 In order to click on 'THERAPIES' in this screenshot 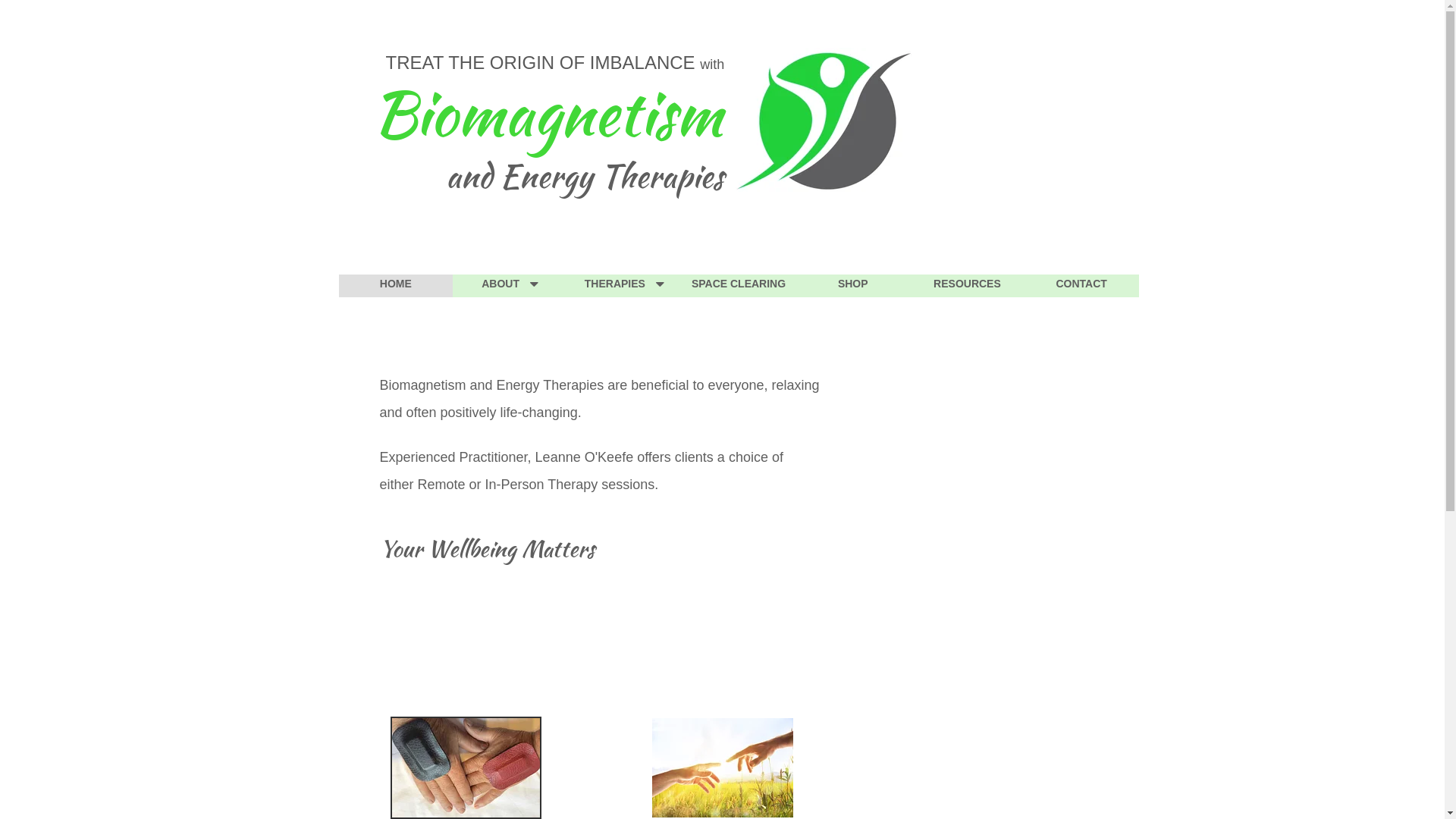, I will do `click(566, 286)`.